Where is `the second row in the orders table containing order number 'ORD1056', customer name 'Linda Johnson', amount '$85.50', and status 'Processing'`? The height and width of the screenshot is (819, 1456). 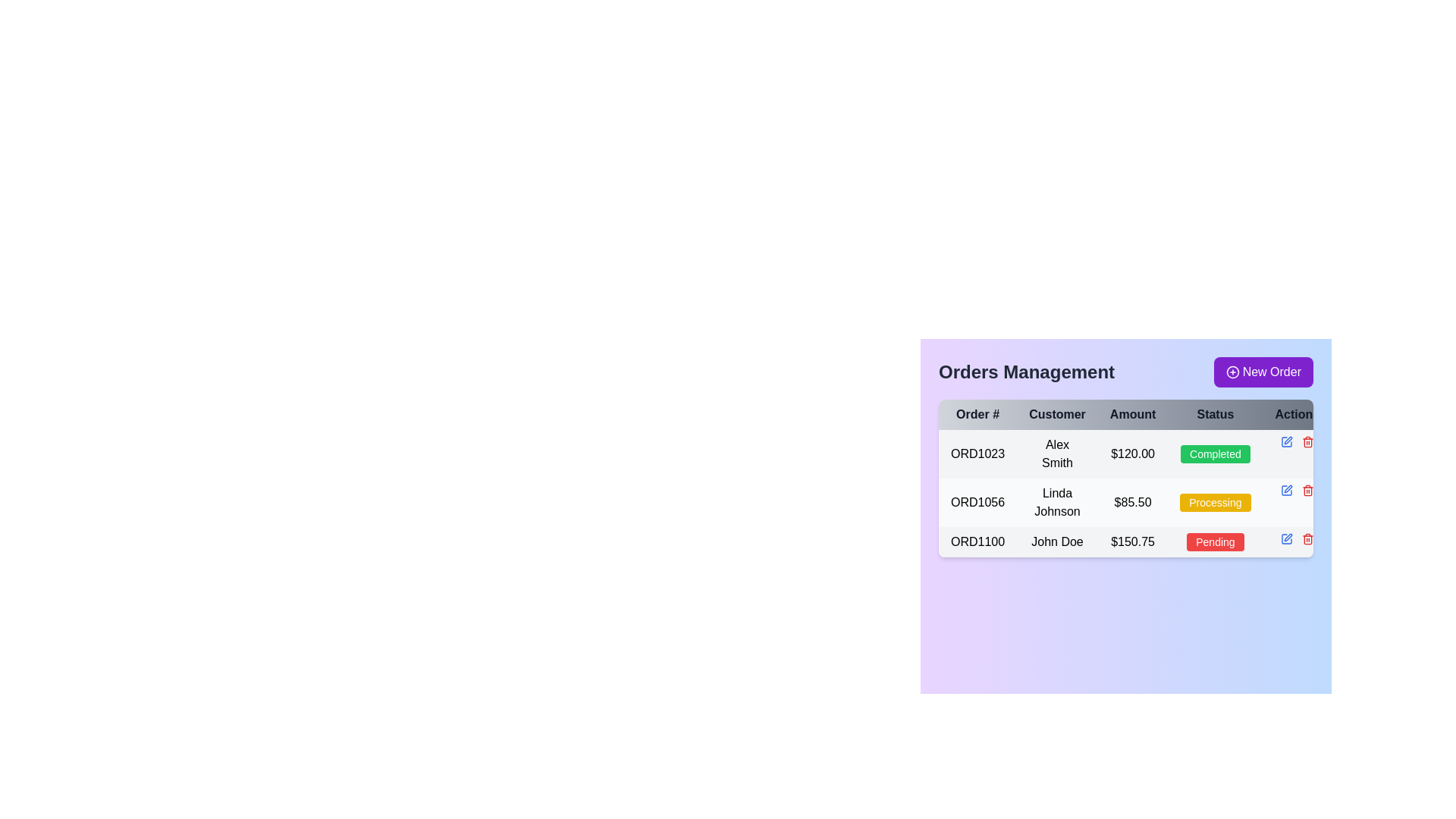
the second row in the orders table containing order number 'ORD1056', customer name 'Linda Johnson', amount '$85.50', and status 'Processing' is located at coordinates (1135, 503).